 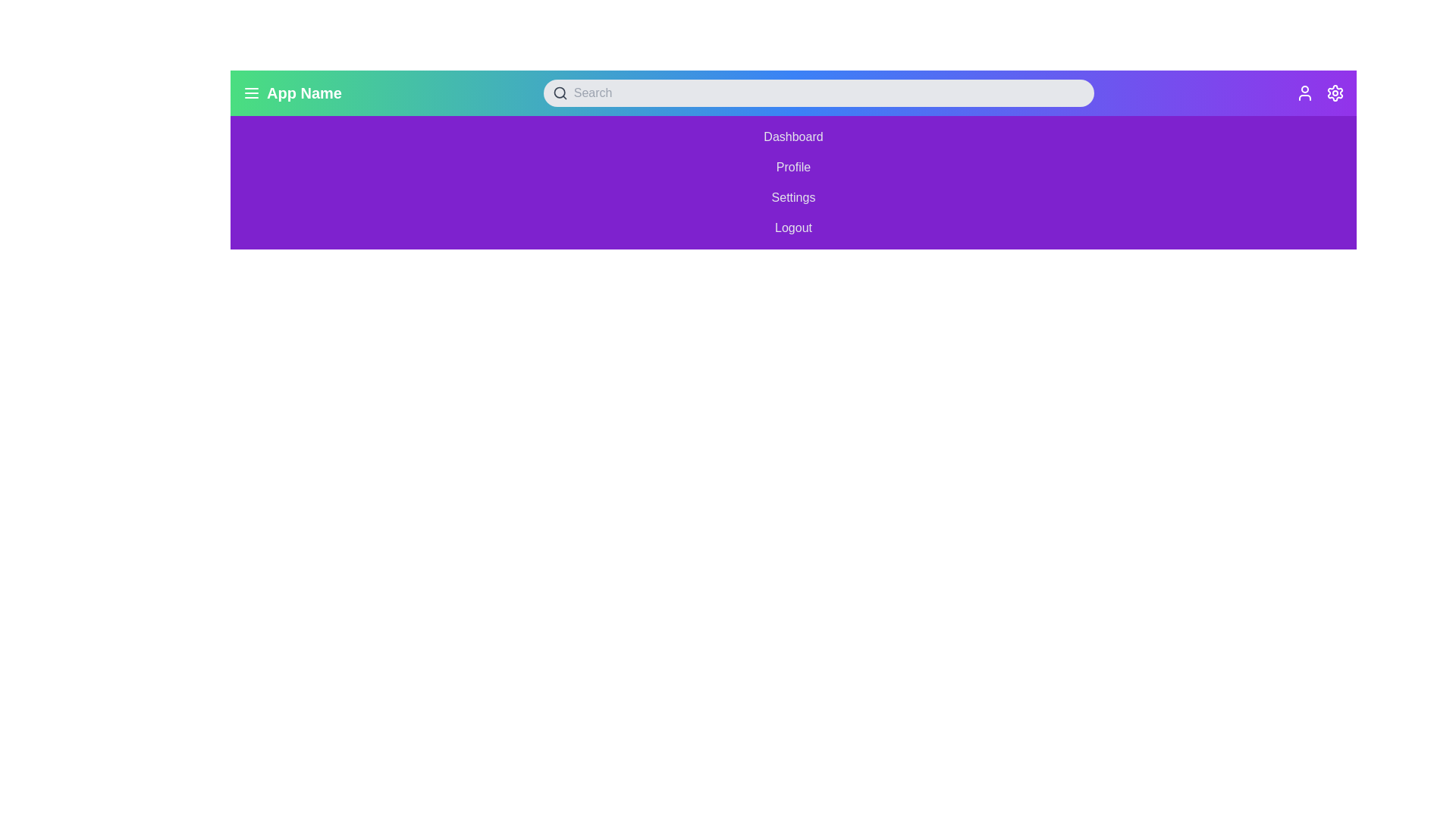 What do you see at coordinates (792, 137) in the screenshot?
I see `the navigational button labeled 'Dashboard'` at bounding box center [792, 137].